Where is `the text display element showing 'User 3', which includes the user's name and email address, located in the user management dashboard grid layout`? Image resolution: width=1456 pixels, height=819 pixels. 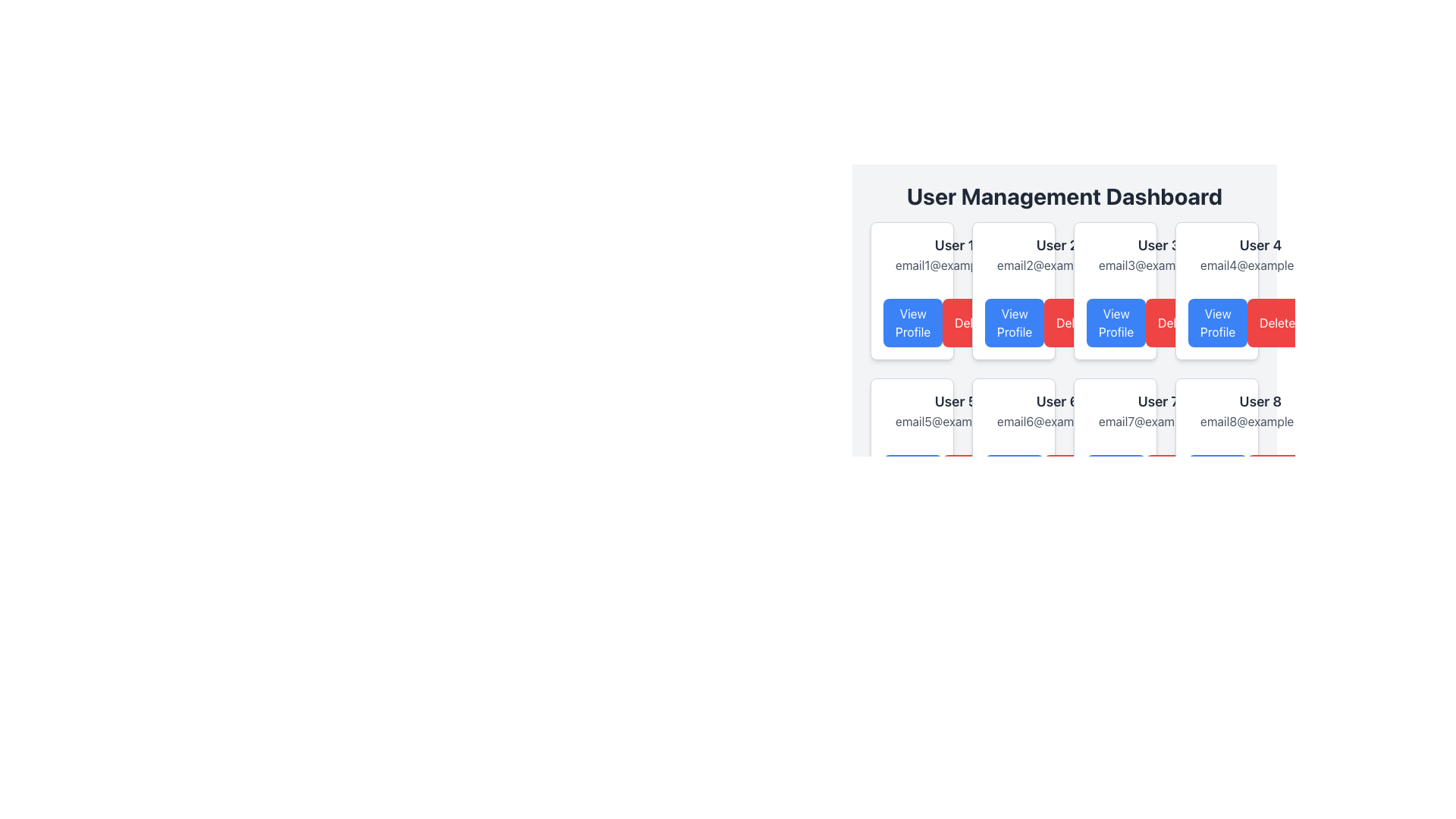
the text display element showing 'User 3', which includes the user's name and email address, located in the user management dashboard grid layout is located at coordinates (1158, 253).